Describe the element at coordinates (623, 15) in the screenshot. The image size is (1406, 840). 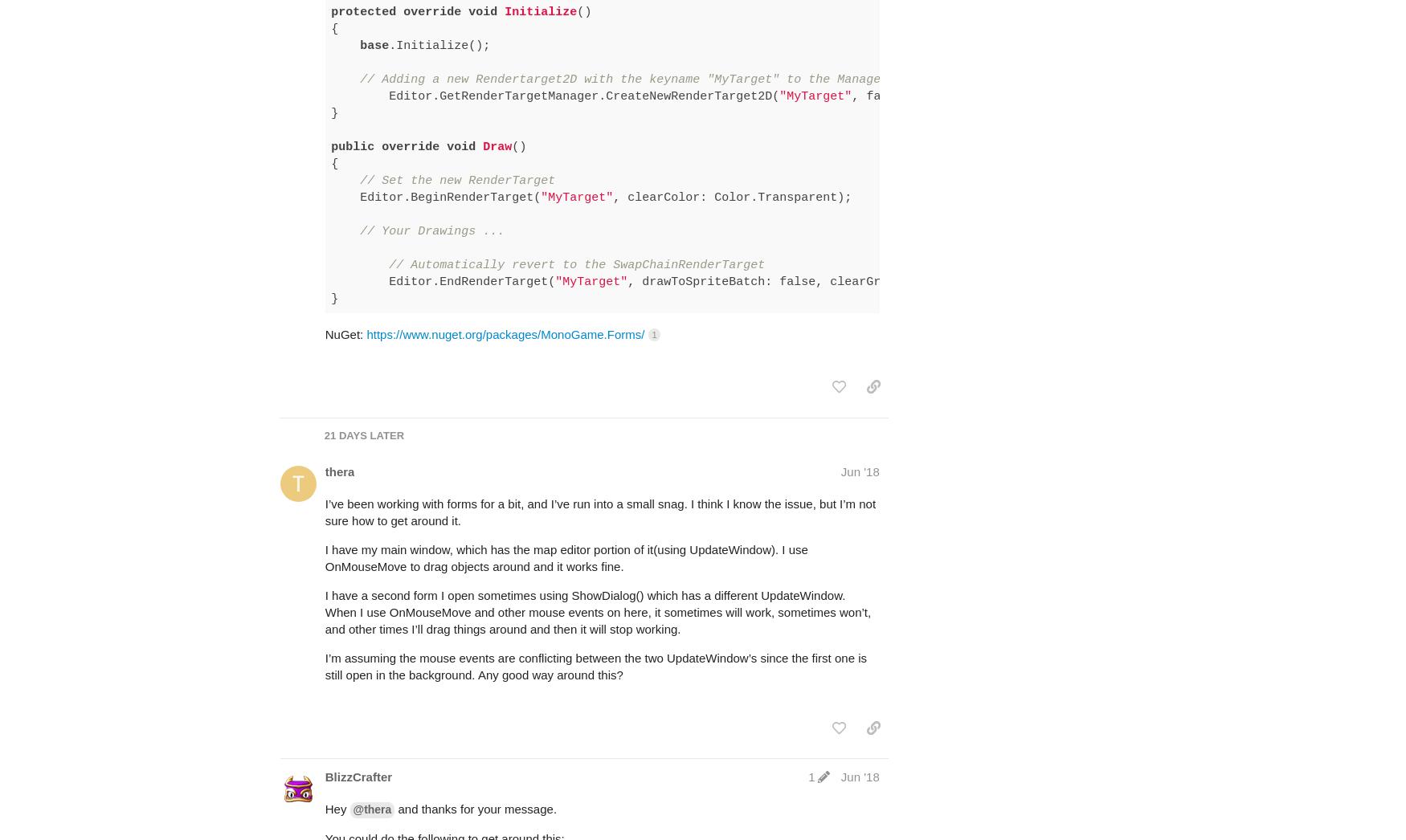
I see `'// Adding a new Rendertarget2D with the keyname "MyTarget" to the Manager'` at that location.